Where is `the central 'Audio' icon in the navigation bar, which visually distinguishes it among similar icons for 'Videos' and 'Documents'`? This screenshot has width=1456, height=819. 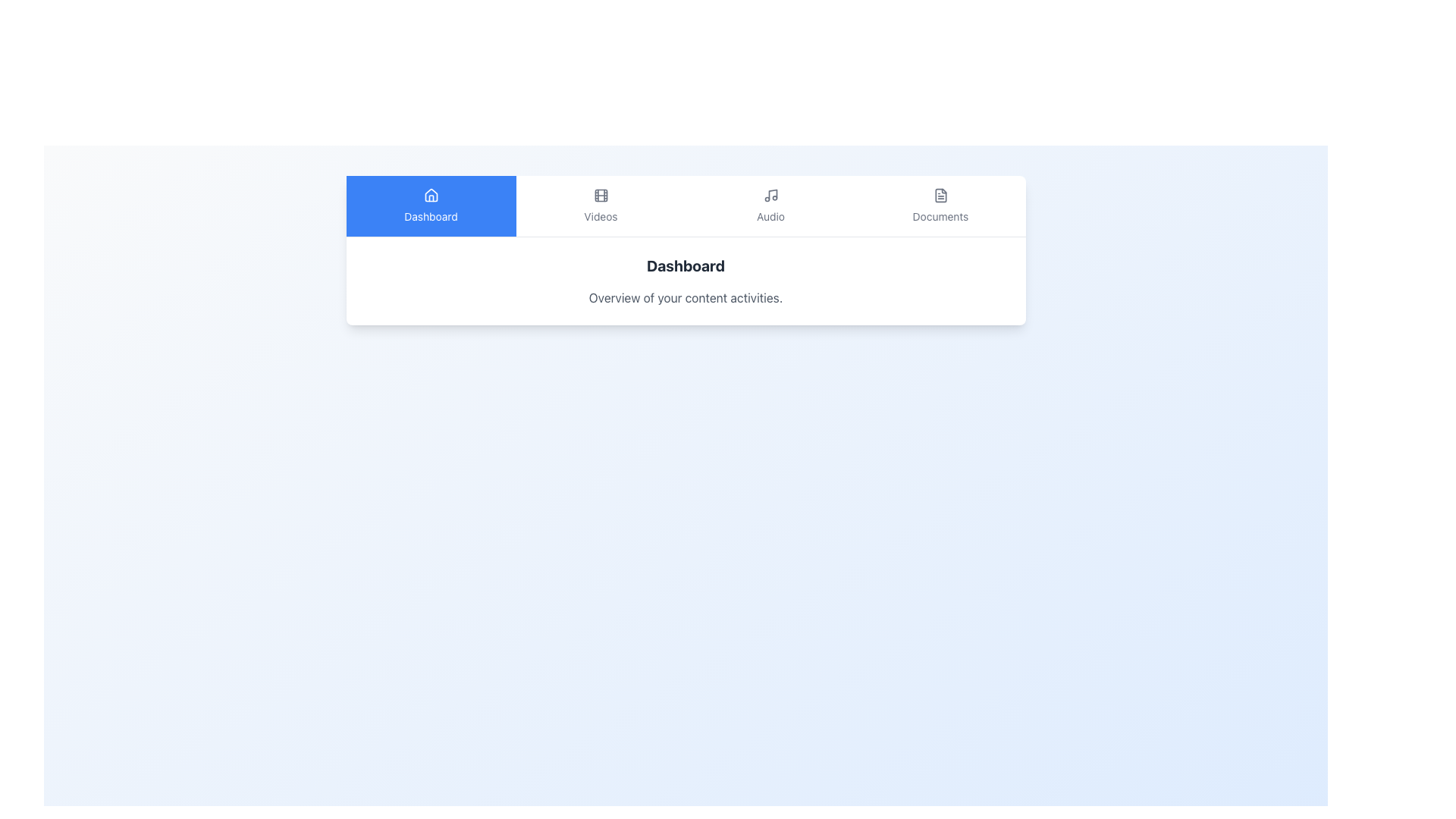
the central 'Audio' icon in the navigation bar, which visually distinguishes it among similar icons for 'Videos' and 'Documents' is located at coordinates (772, 193).